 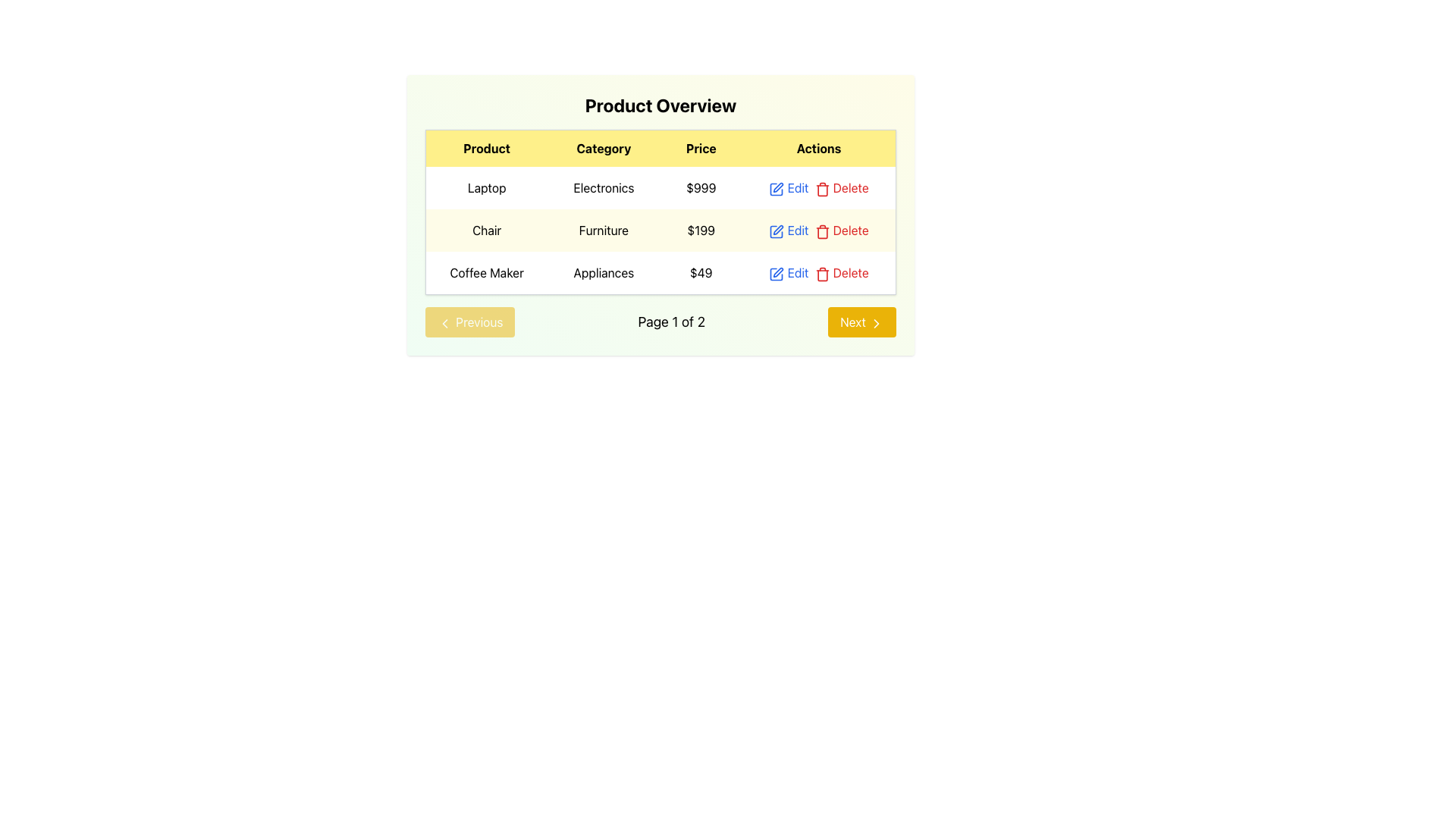 I want to click on the 'Next' button, so click(x=877, y=322).